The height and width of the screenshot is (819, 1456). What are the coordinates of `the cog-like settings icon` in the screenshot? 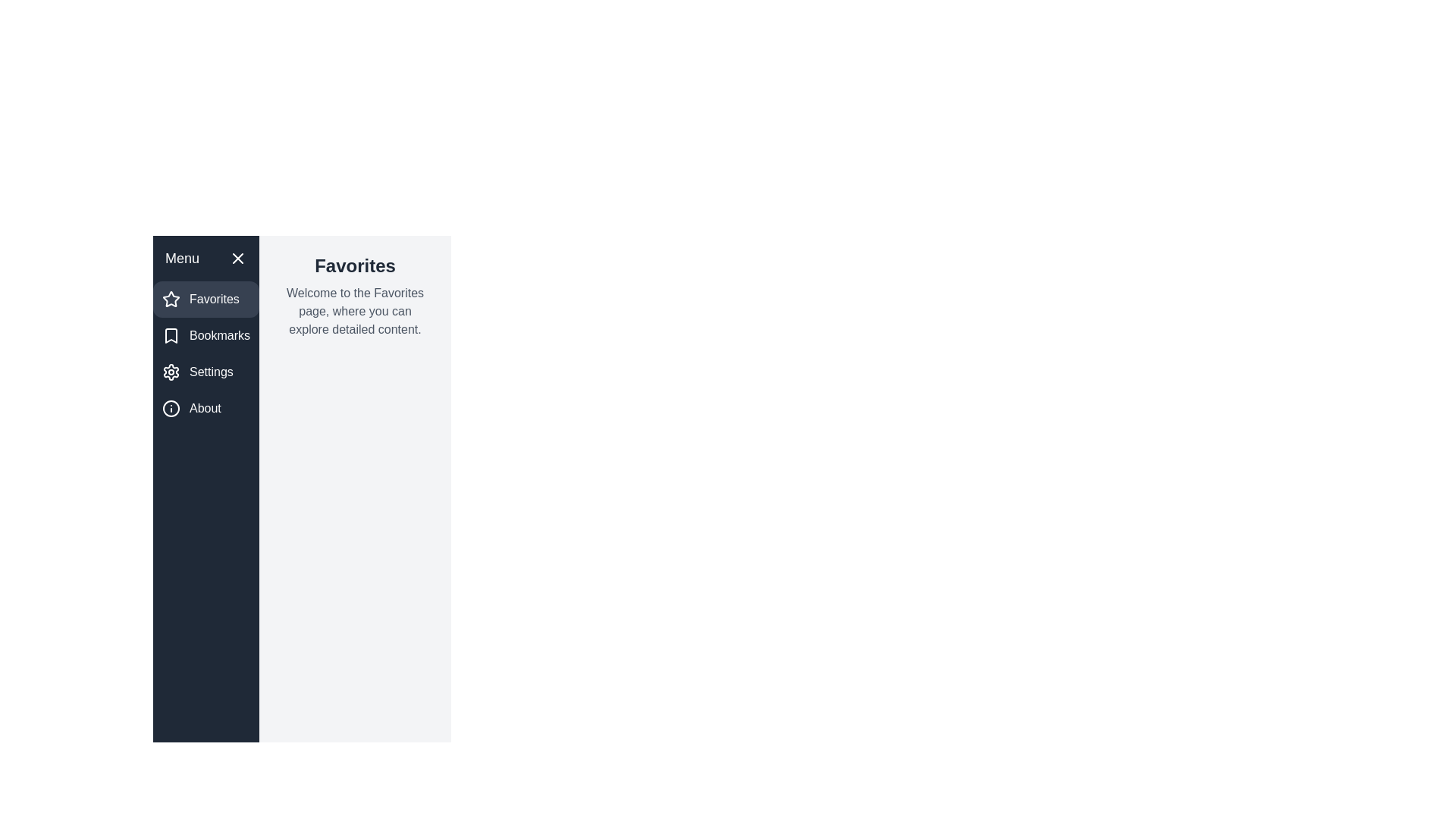 It's located at (171, 372).